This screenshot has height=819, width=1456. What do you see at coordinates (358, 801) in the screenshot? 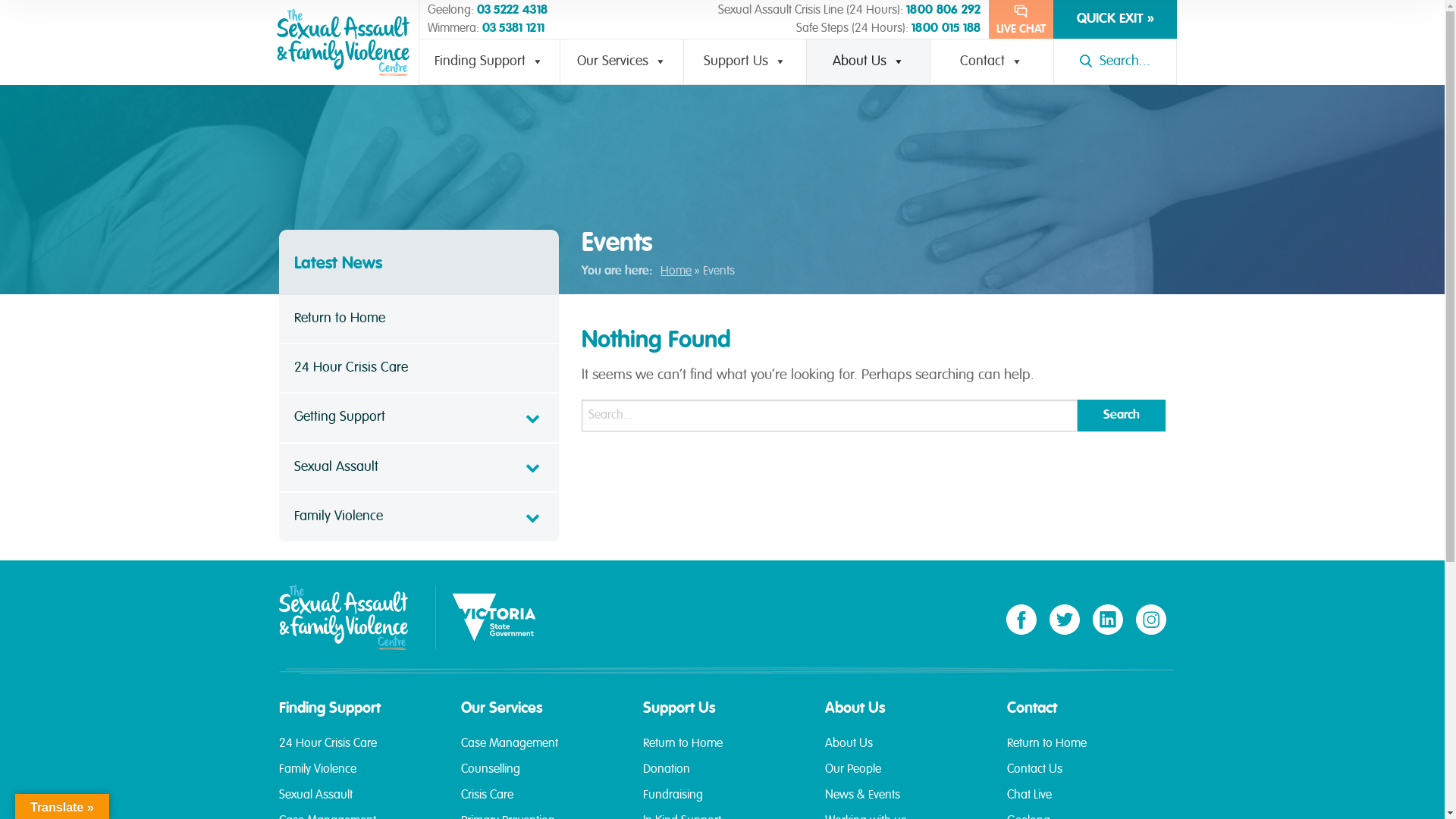
I see `'Sexual Assault'` at bounding box center [358, 801].